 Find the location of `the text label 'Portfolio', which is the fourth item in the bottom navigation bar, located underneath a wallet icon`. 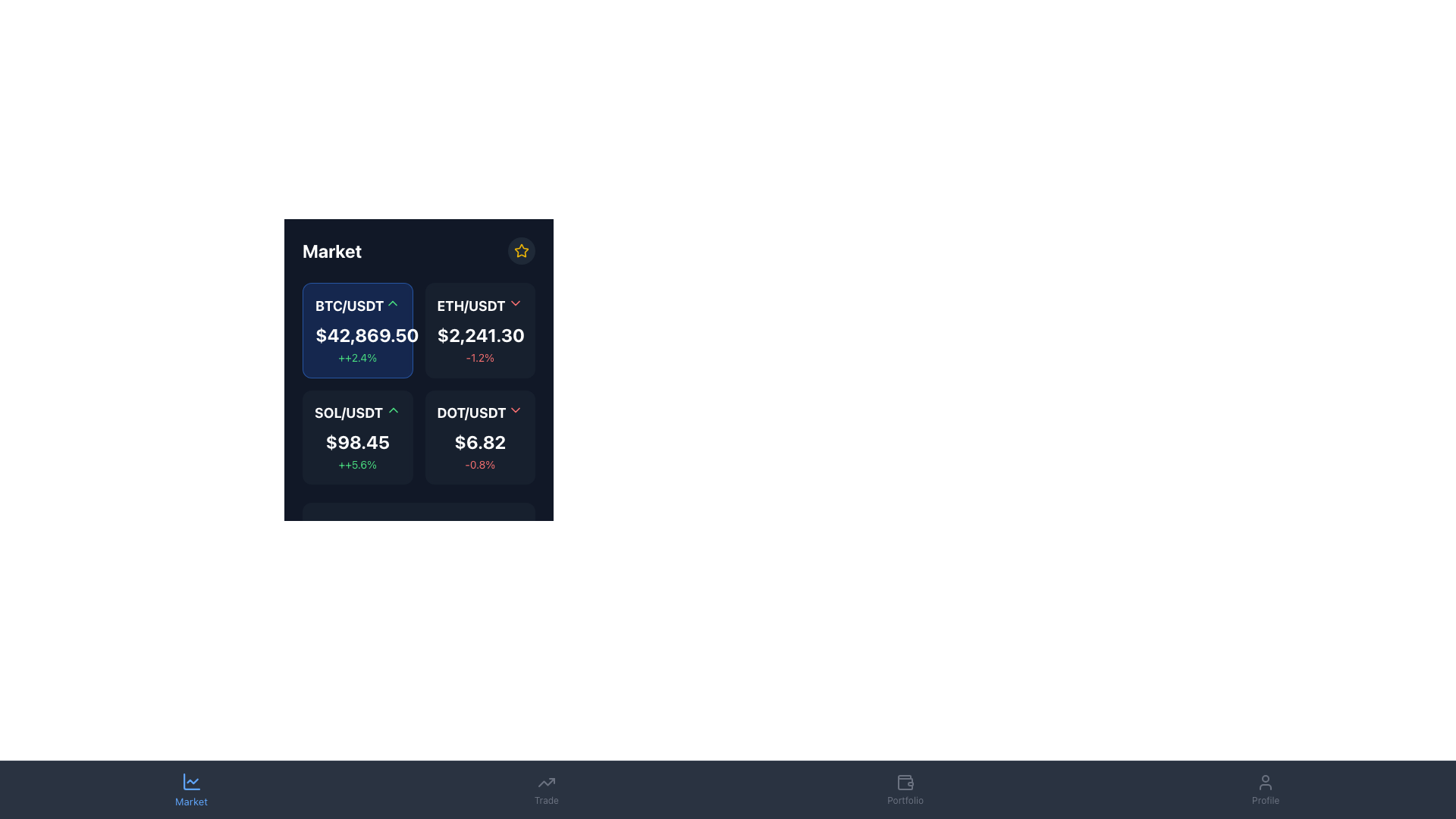

the text label 'Portfolio', which is the fourth item in the bottom navigation bar, located underneath a wallet icon is located at coordinates (905, 800).